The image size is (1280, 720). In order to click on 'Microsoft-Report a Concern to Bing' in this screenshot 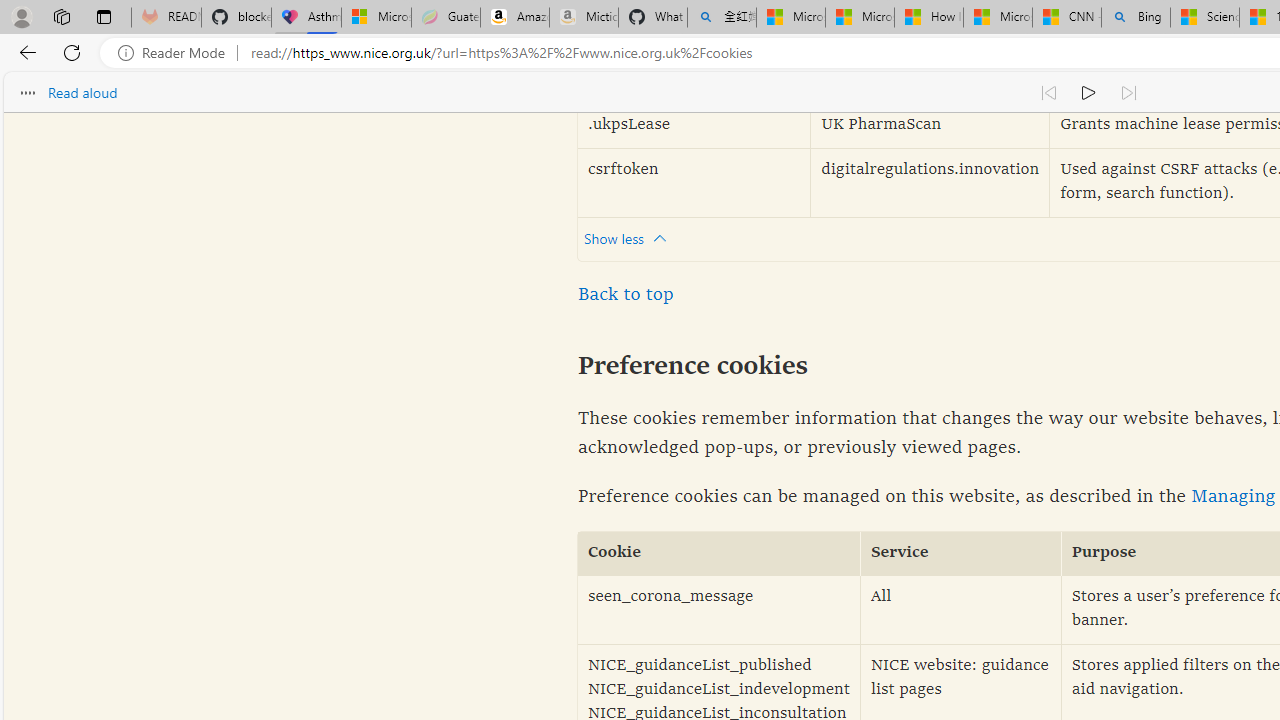, I will do `click(376, 17)`.